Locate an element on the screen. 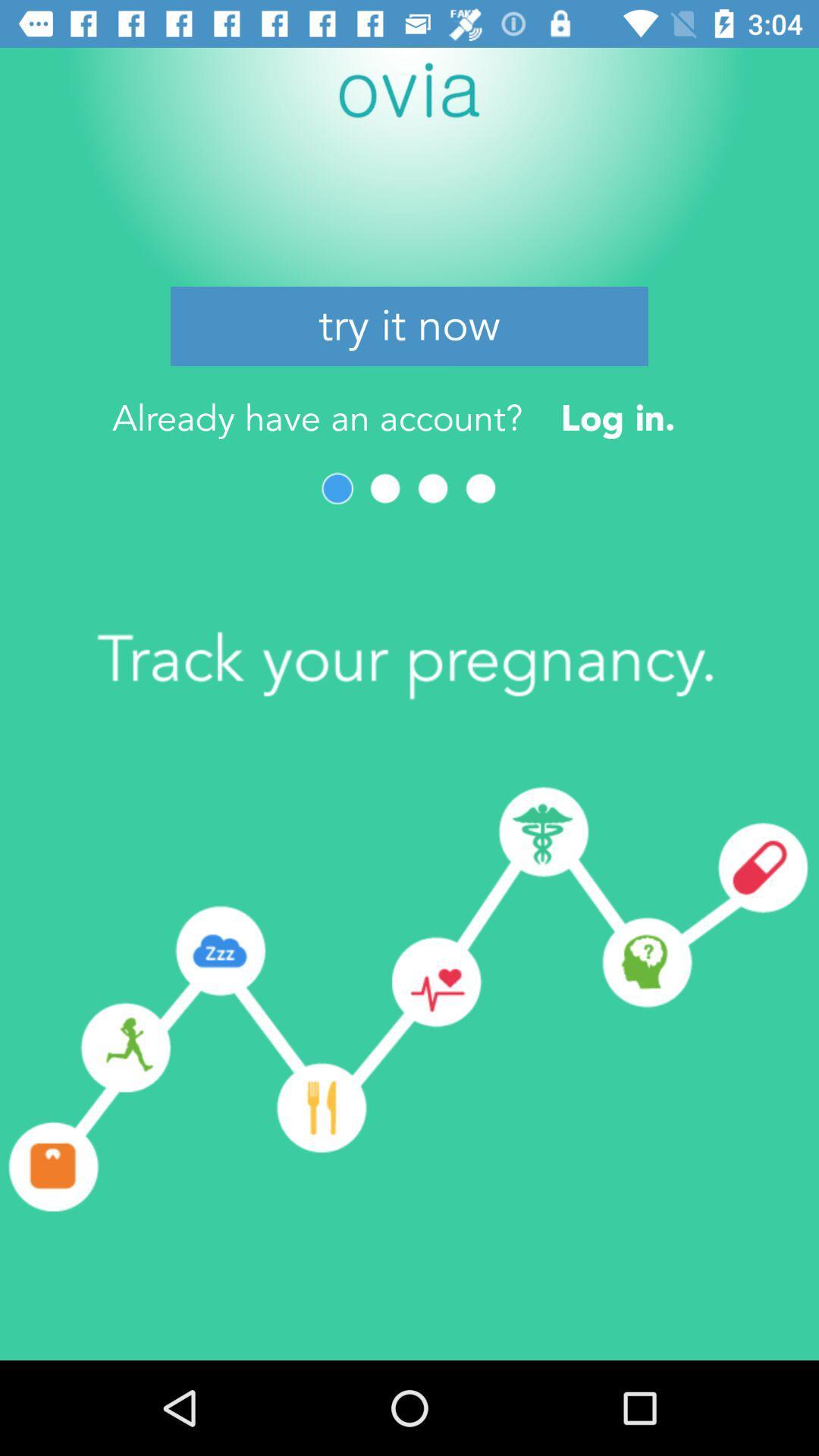 The height and width of the screenshot is (1456, 819). the item above log in. icon is located at coordinates (409, 325).